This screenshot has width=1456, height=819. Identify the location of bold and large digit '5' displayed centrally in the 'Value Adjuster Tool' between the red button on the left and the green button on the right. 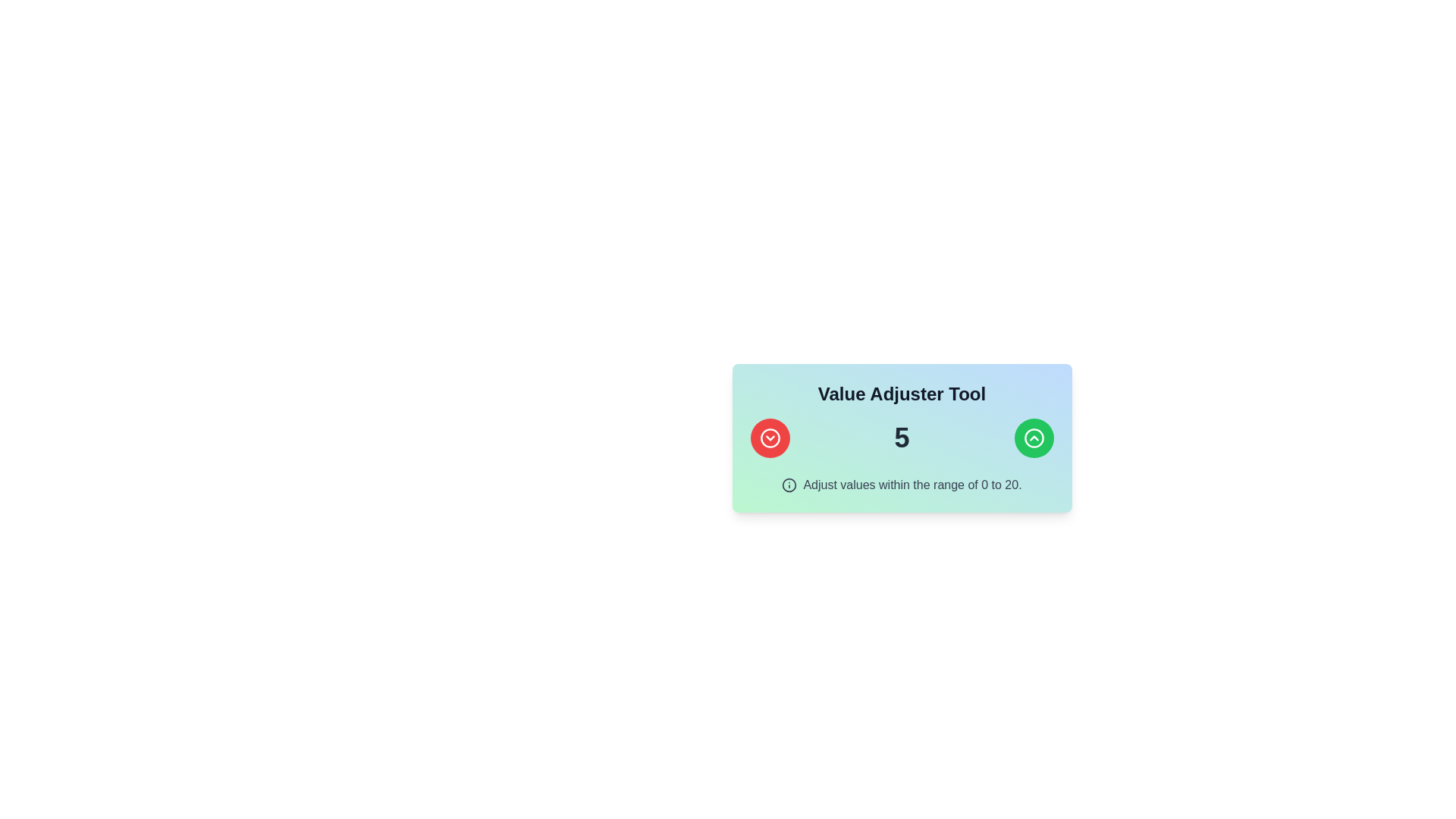
(902, 438).